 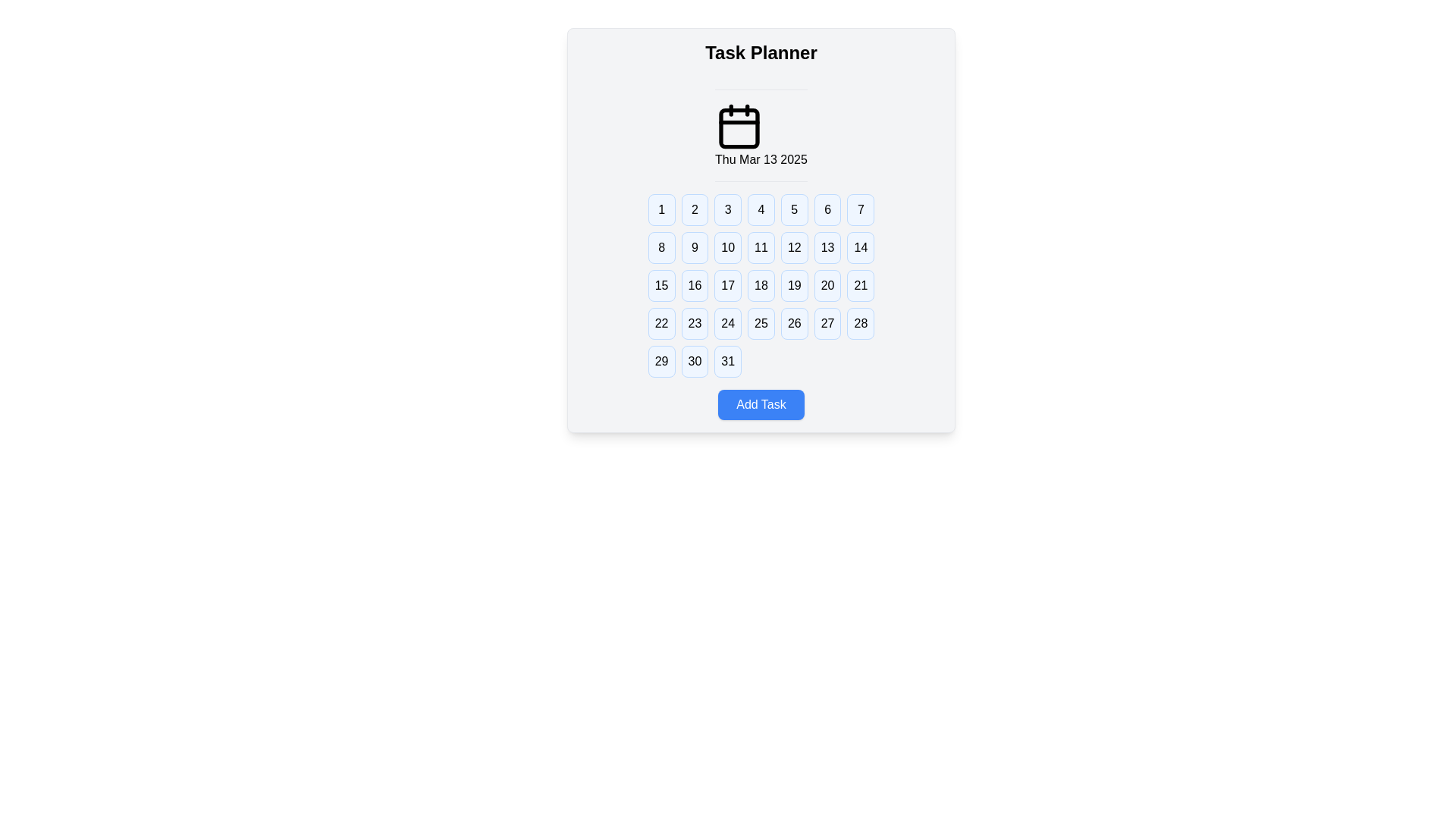 What do you see at coordinates (761, 286) in the screenshot?
I see `the small rounded rectangle button with a light blue background and the text '18'` at bounding box center [761, 286].